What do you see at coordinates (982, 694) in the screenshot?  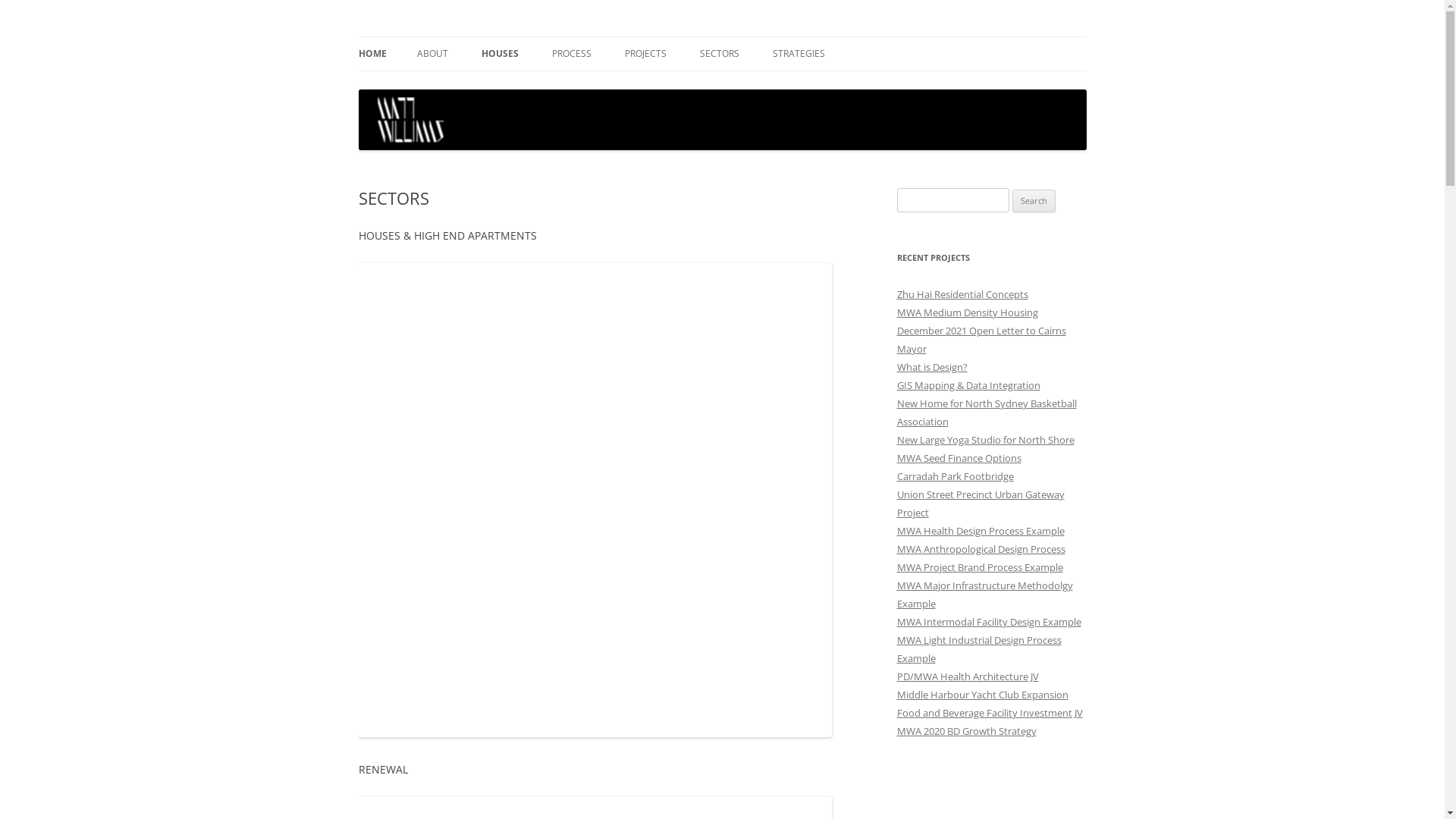 I see `'Middle Harbour Yacht Club Expansion'` at bounding box center [982, 694].